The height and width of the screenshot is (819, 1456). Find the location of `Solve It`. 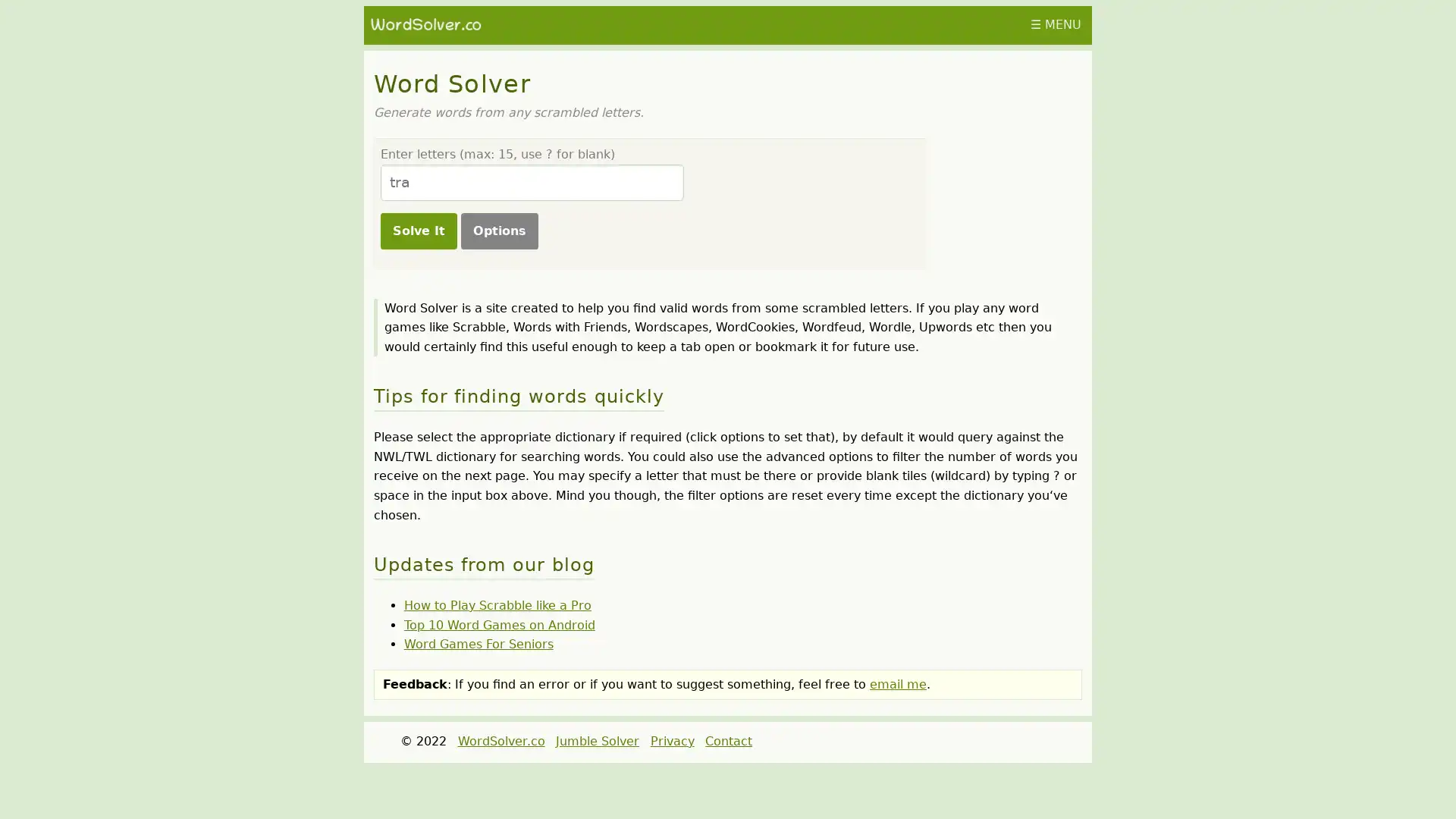

Solve It is located at coordinates (418, 231).